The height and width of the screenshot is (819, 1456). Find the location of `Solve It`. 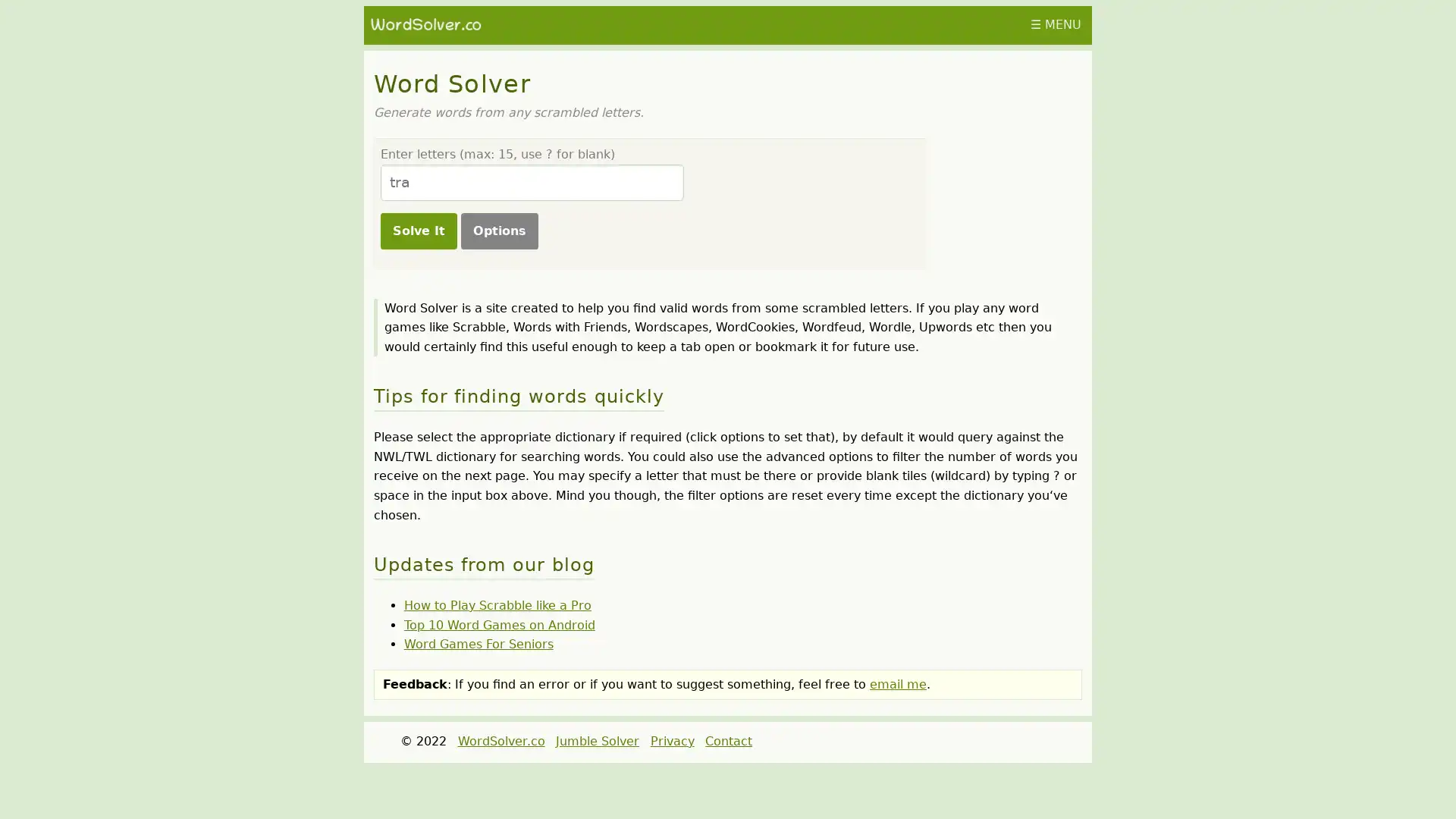

Solve It is located at coordinates (418, 231).